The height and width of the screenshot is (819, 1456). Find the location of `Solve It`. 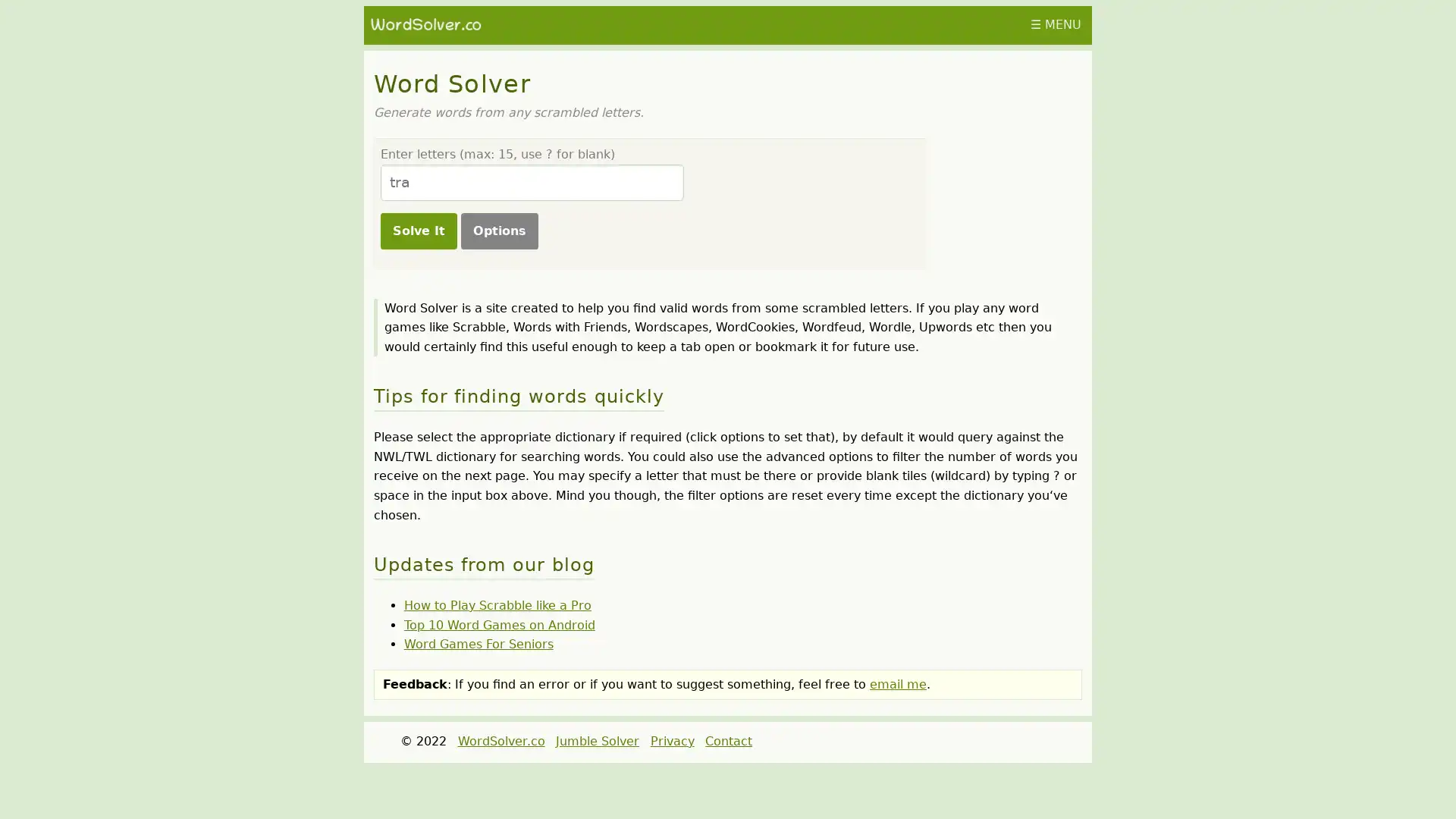

Solve It is located at coordinates (418, 231).